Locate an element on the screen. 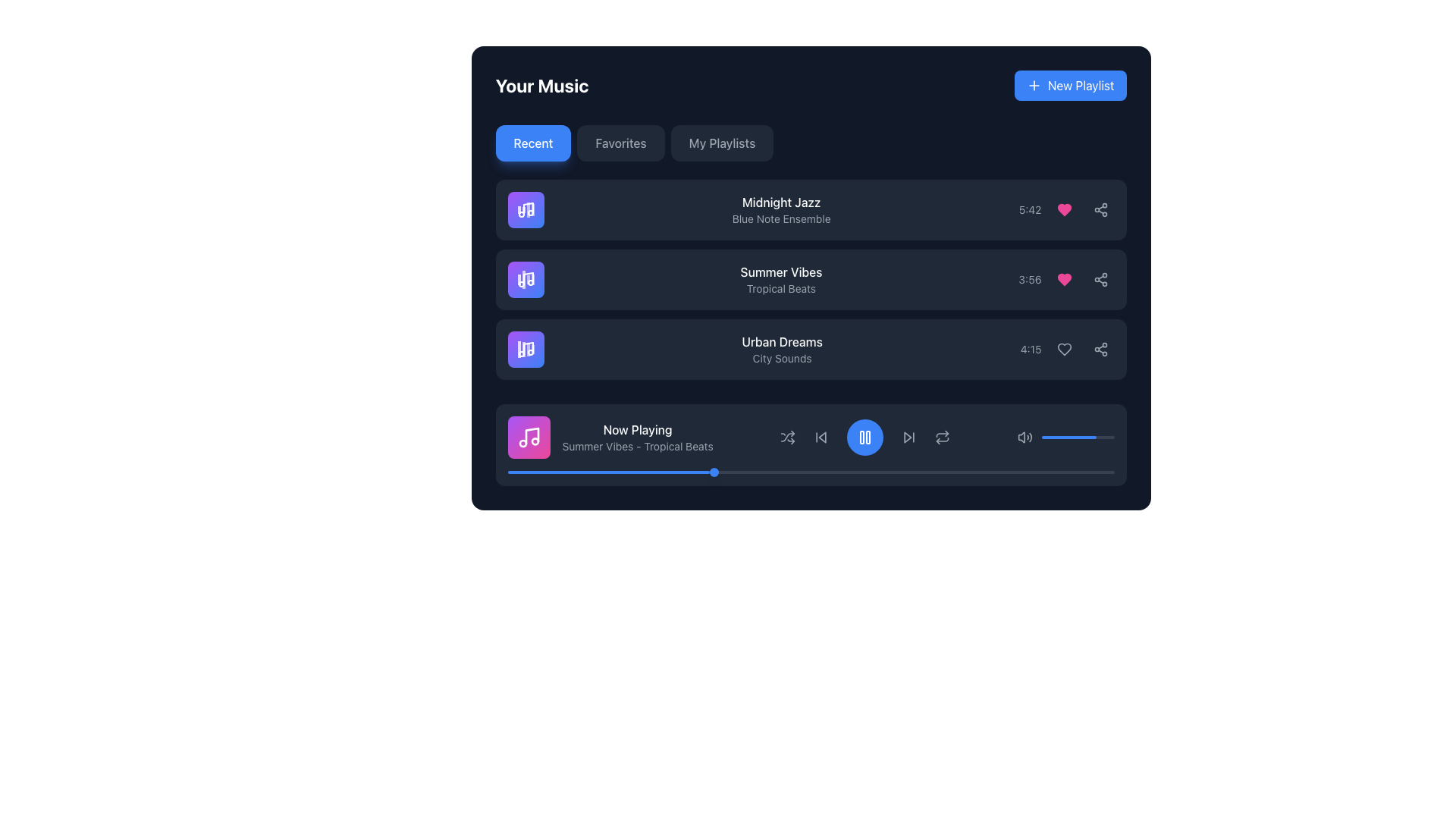 This screenshot has width=1456, height=819. progress is located at coordinates (865, 472).